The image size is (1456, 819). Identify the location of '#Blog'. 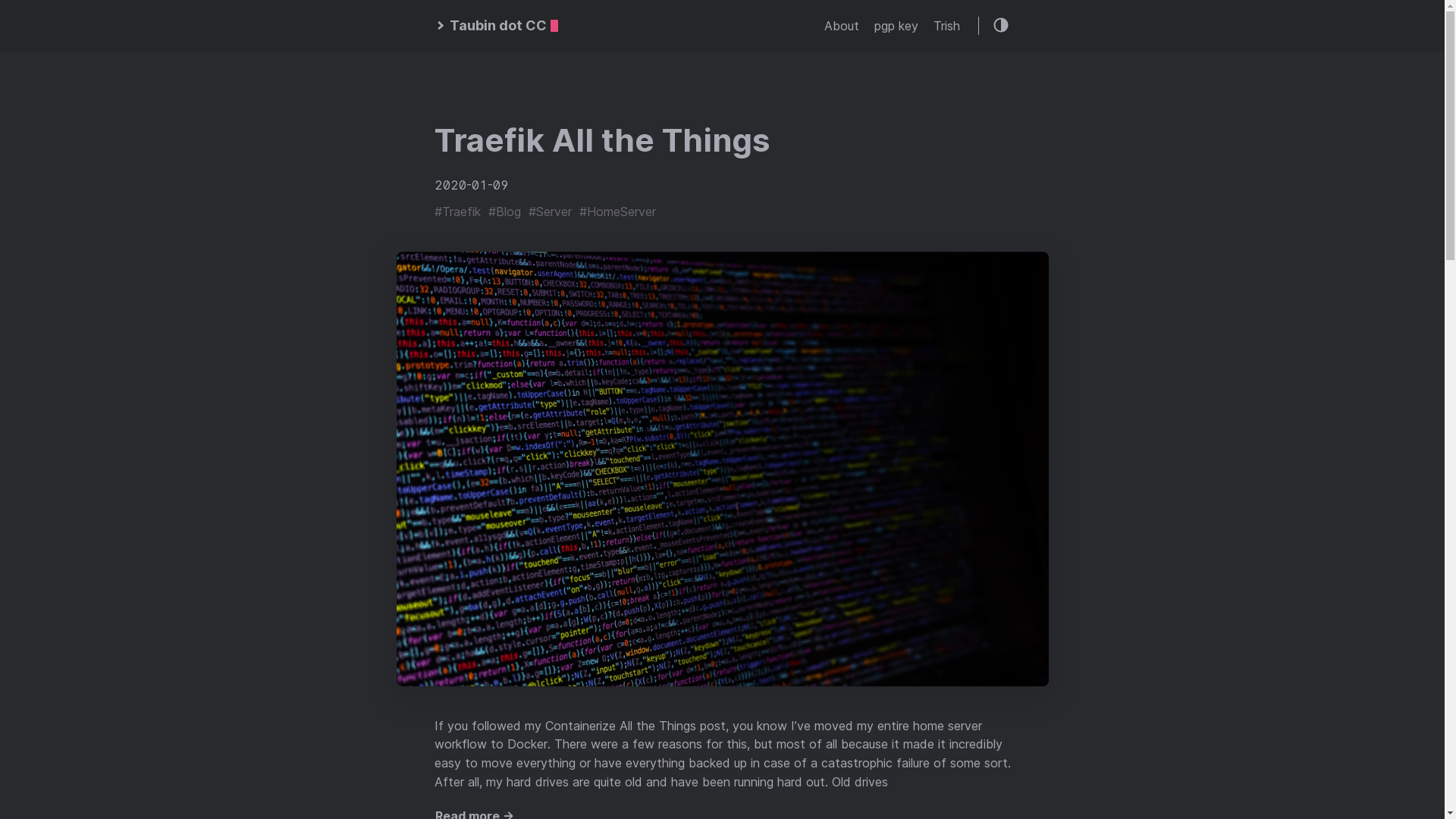
(504, 211).